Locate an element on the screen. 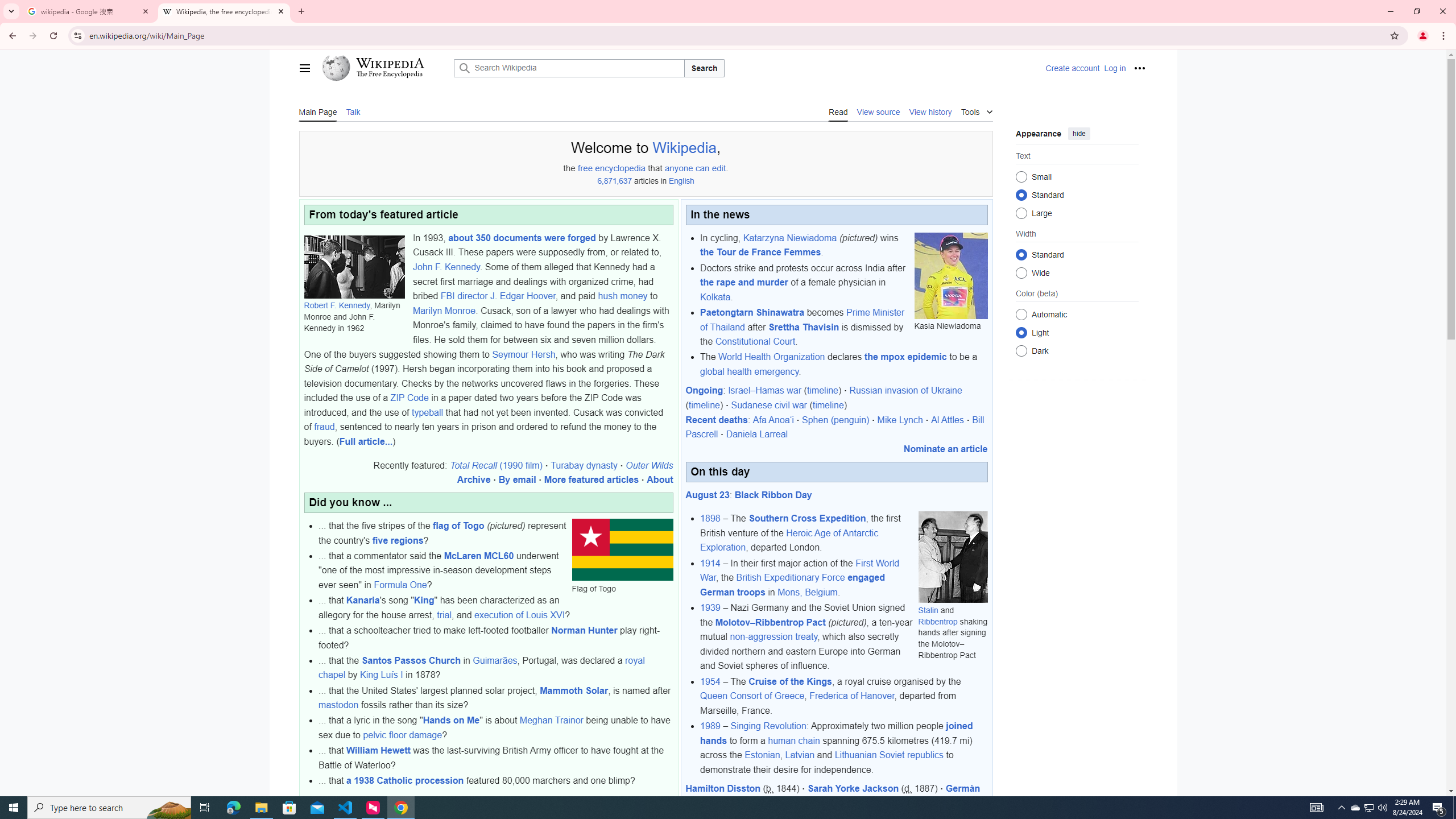 The image size is (1456, 819). 'Mons, Belgium' is located at coordinates (806, 592).